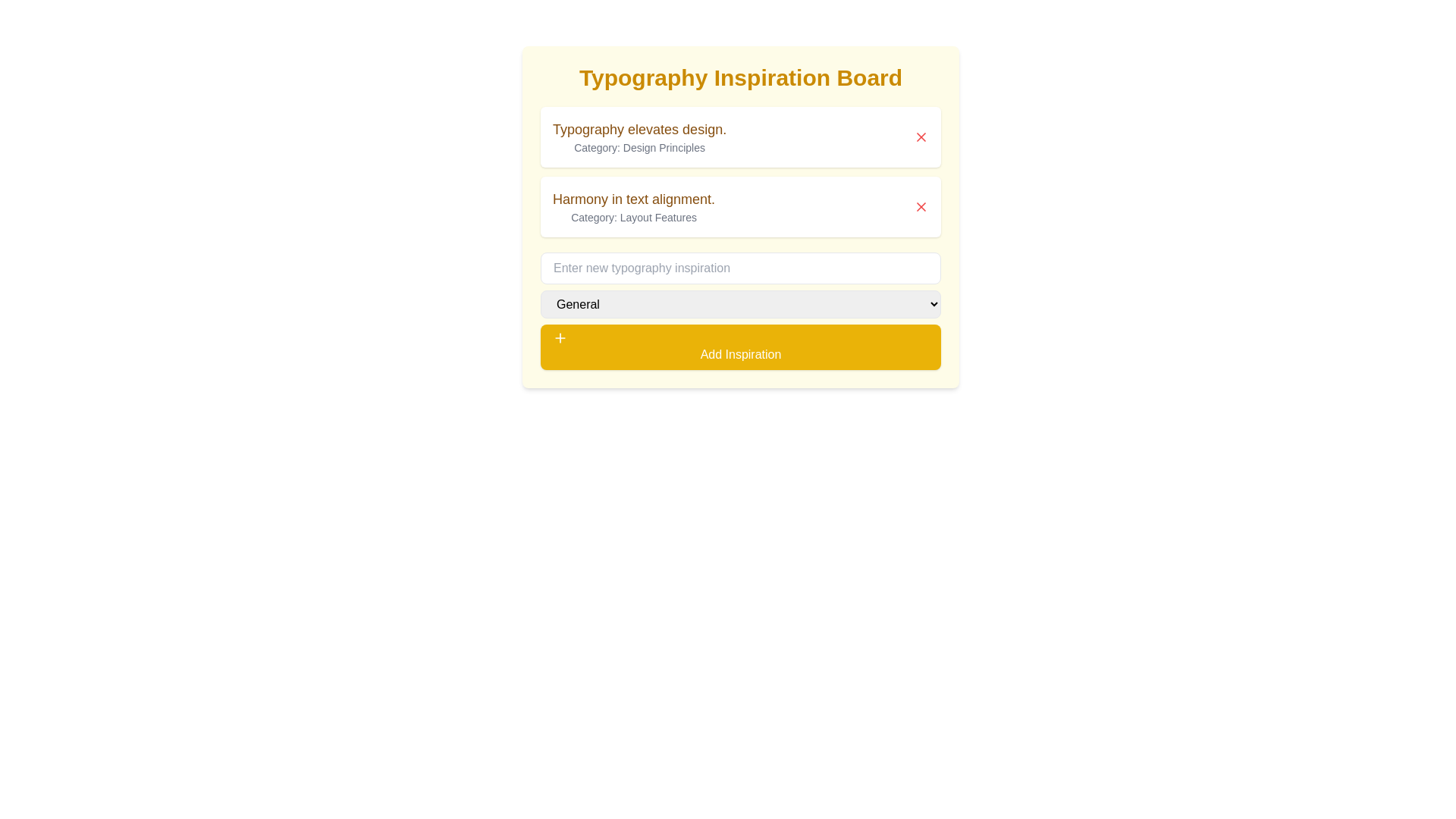 The height and width of the screenshot is (819, 1456). I want to click on the Text Label displaying 'Typography elevates design.' which is styled in a larger font size and a bold, yellowish-brown color, located at the top left of the 'Typography Inspiration Board' interface, so click(639, 128).